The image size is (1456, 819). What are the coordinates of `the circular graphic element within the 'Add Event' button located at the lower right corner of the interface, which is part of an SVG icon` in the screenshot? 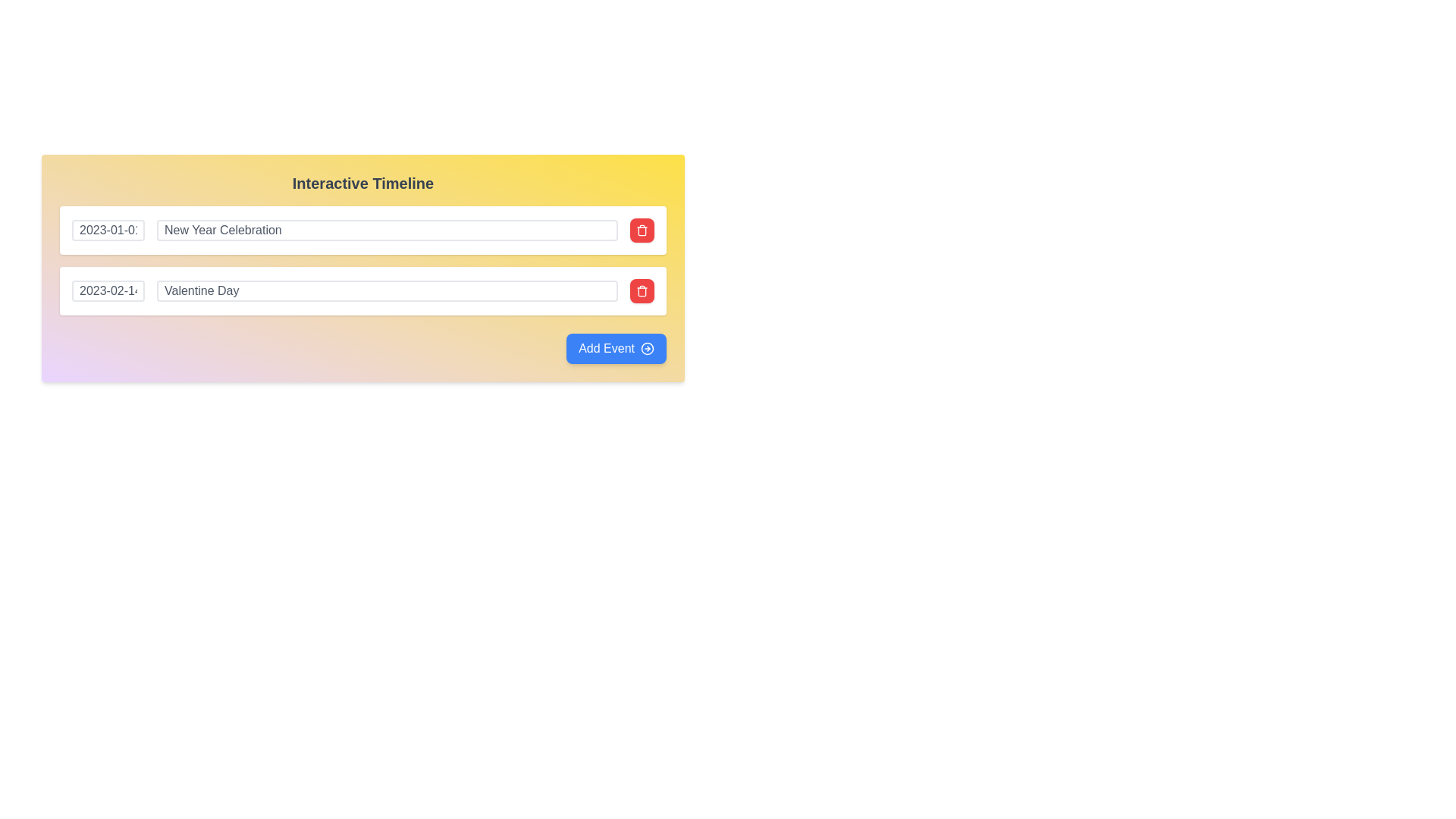 It's located at (648, 348).